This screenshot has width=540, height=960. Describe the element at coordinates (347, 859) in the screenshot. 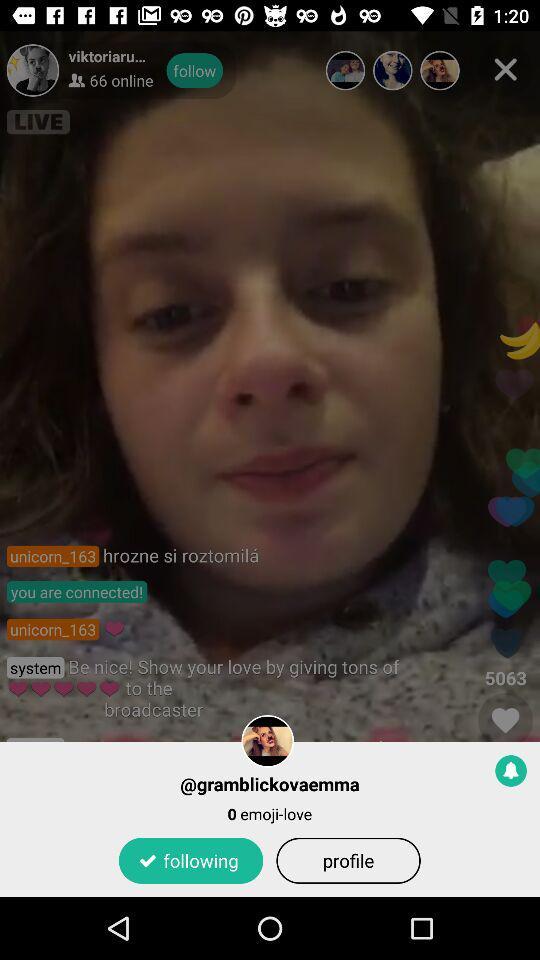

I see `the icon to the right of following item` at that location.